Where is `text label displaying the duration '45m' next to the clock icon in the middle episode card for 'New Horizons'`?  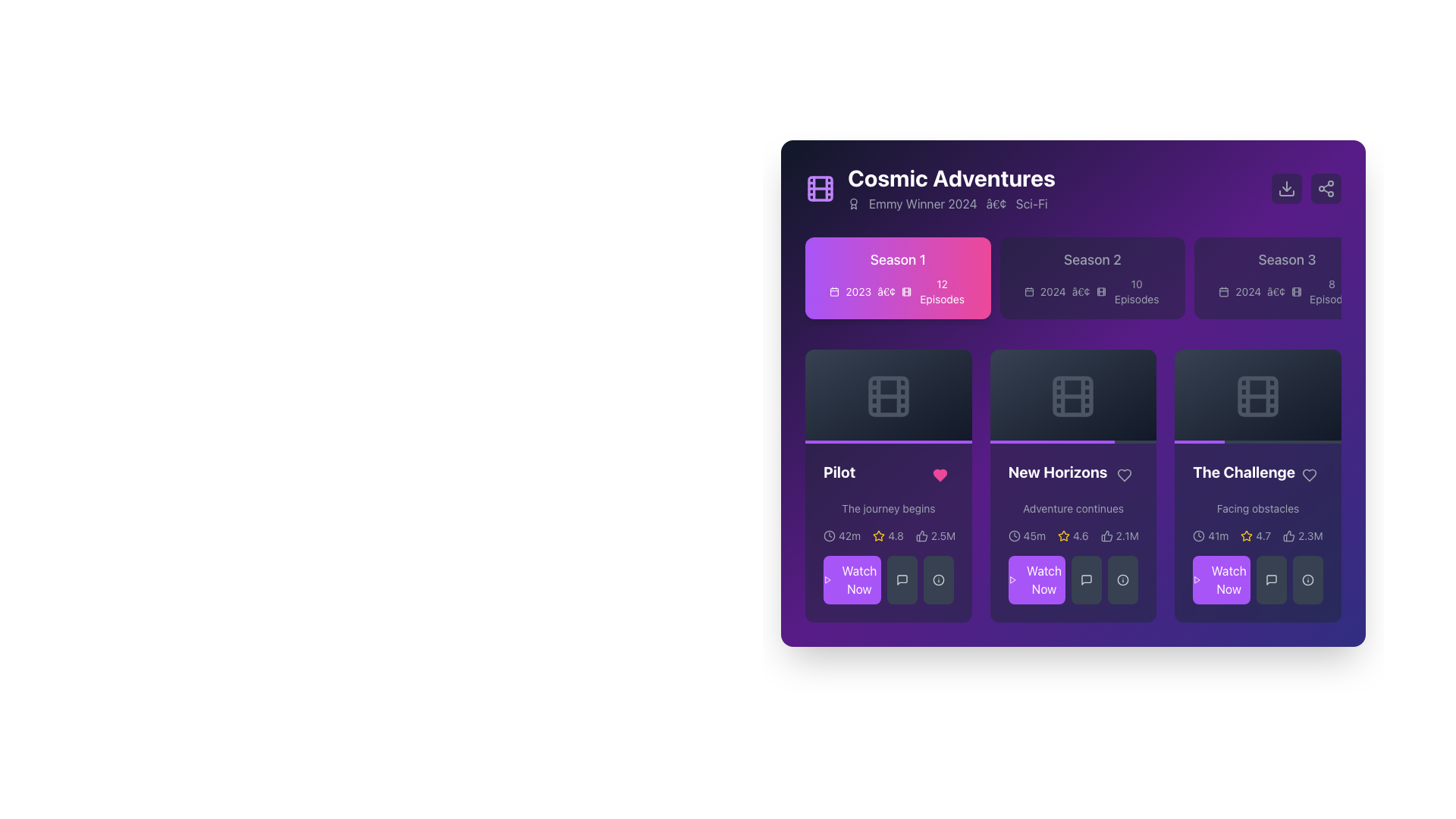 text label displaying the duration '45m' next to the clock icon in the middle episode card for 'New Horizons' is located at coordinates (1034, 535).